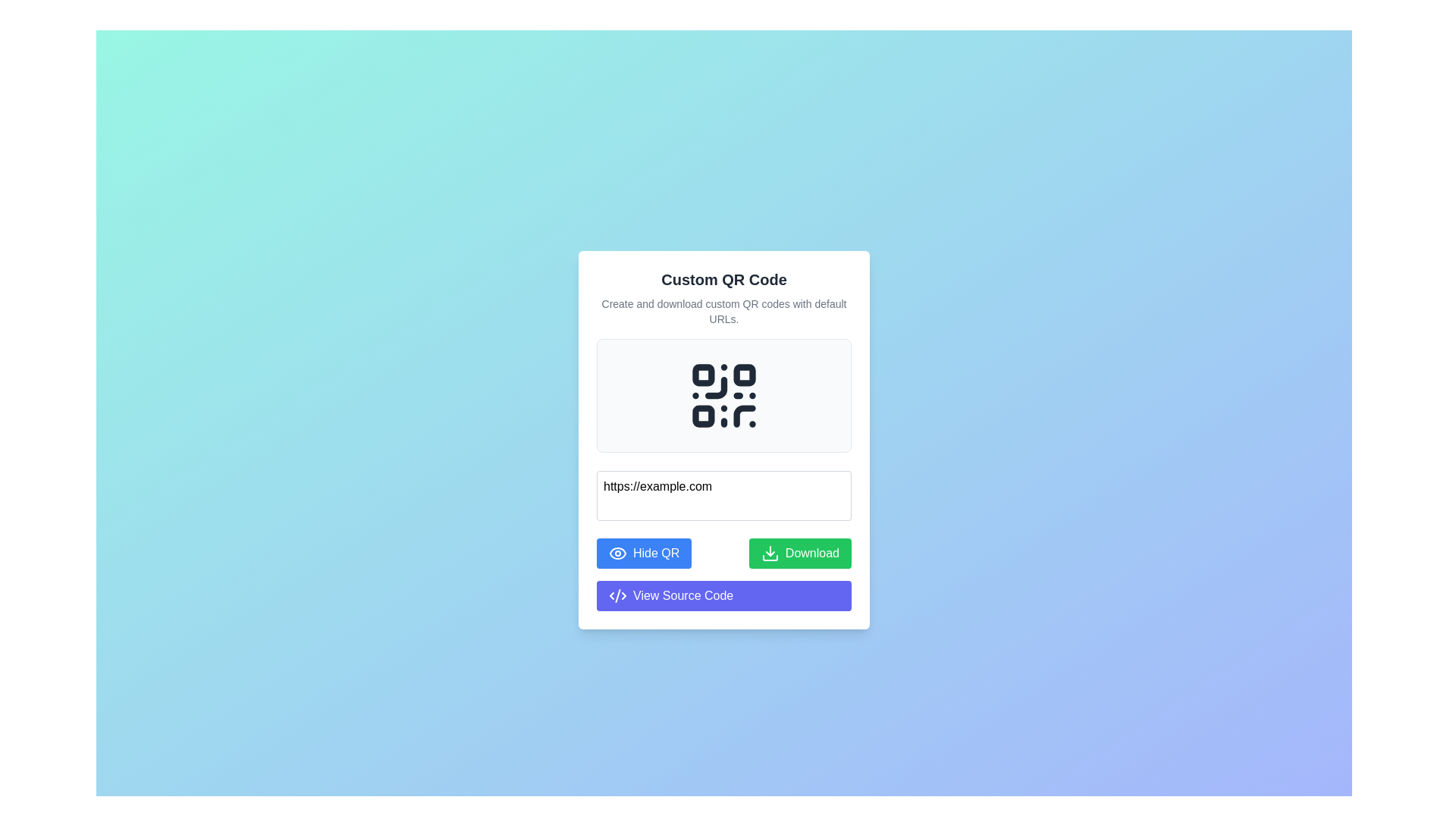 This screenshot has height=819, width=1456. What do you see at coordinates (723, 595) in the screenshot?
I see `the 'View Source Code' button with a purple background and white text located at the bottom-right section of the QR code functionalities card` at bounding box center [723, 595].